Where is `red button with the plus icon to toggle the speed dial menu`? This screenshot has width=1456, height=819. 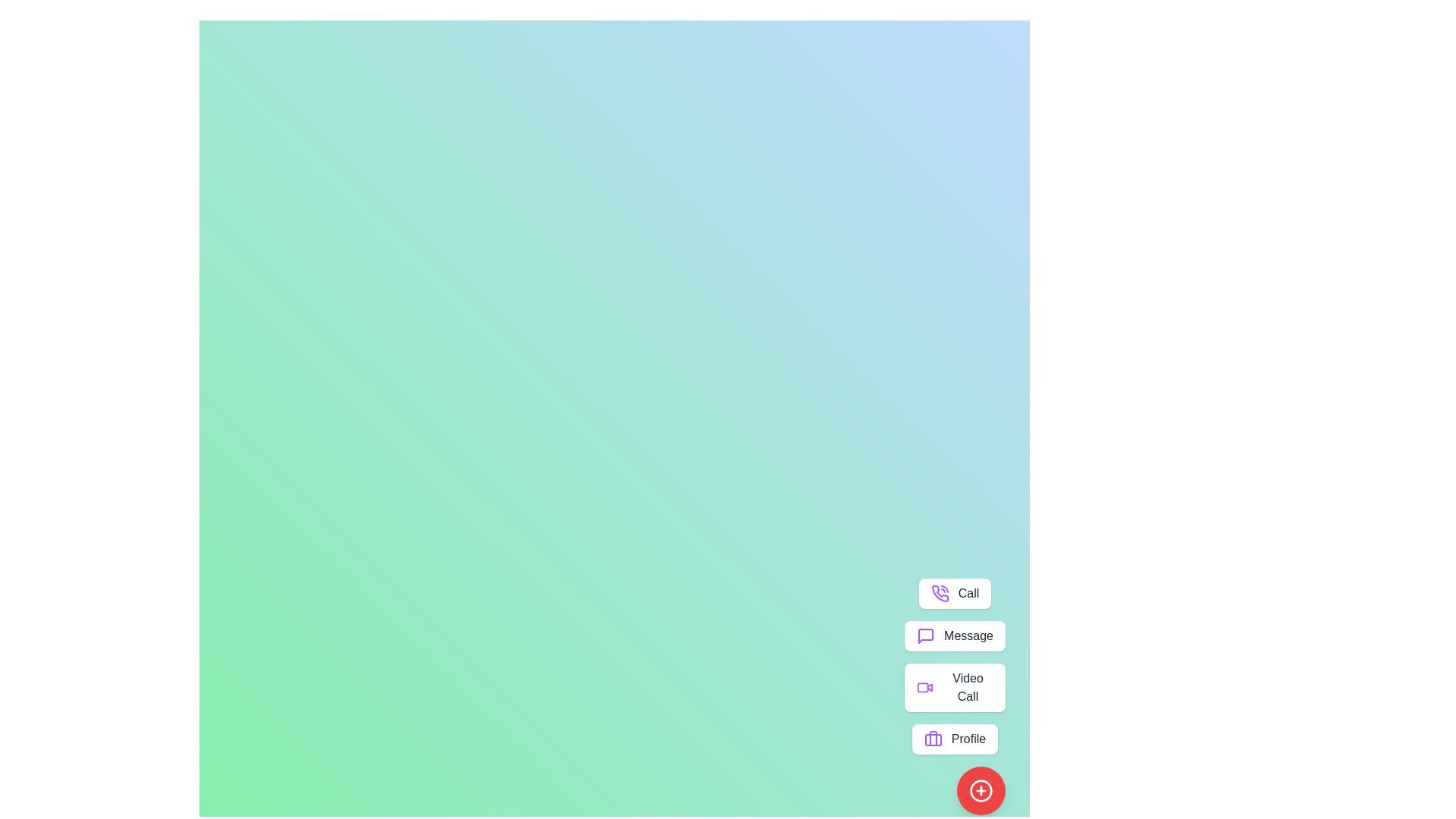 red button with the plus icon to toggle the speed dial menu is located at coordinates (981, 789).